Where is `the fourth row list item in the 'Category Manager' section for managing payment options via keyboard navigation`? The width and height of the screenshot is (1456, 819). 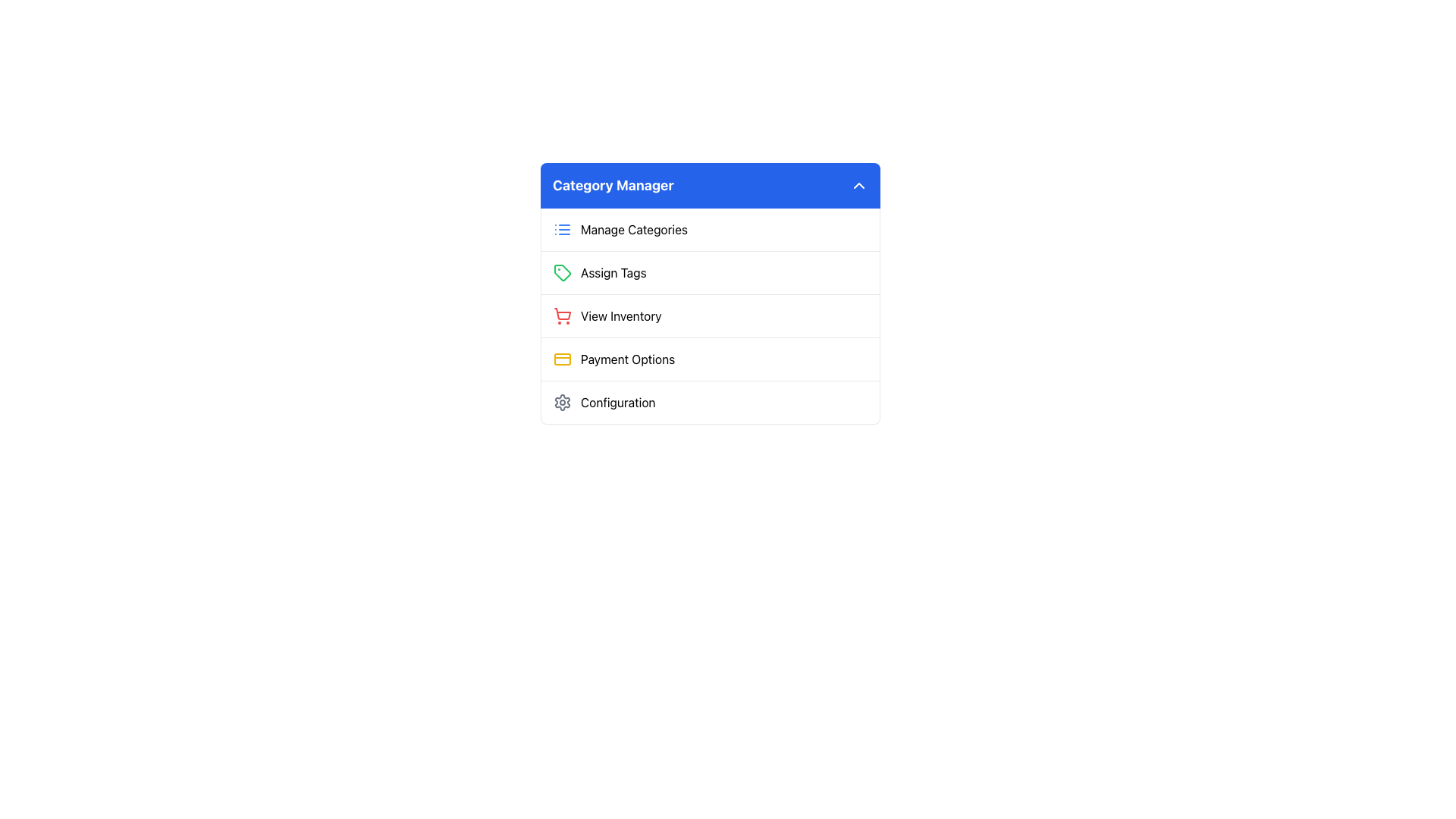 the fourth row list item in the 'Category Manager' section for managing payment options via keyboard navigation is located at coordinates (709, 359).